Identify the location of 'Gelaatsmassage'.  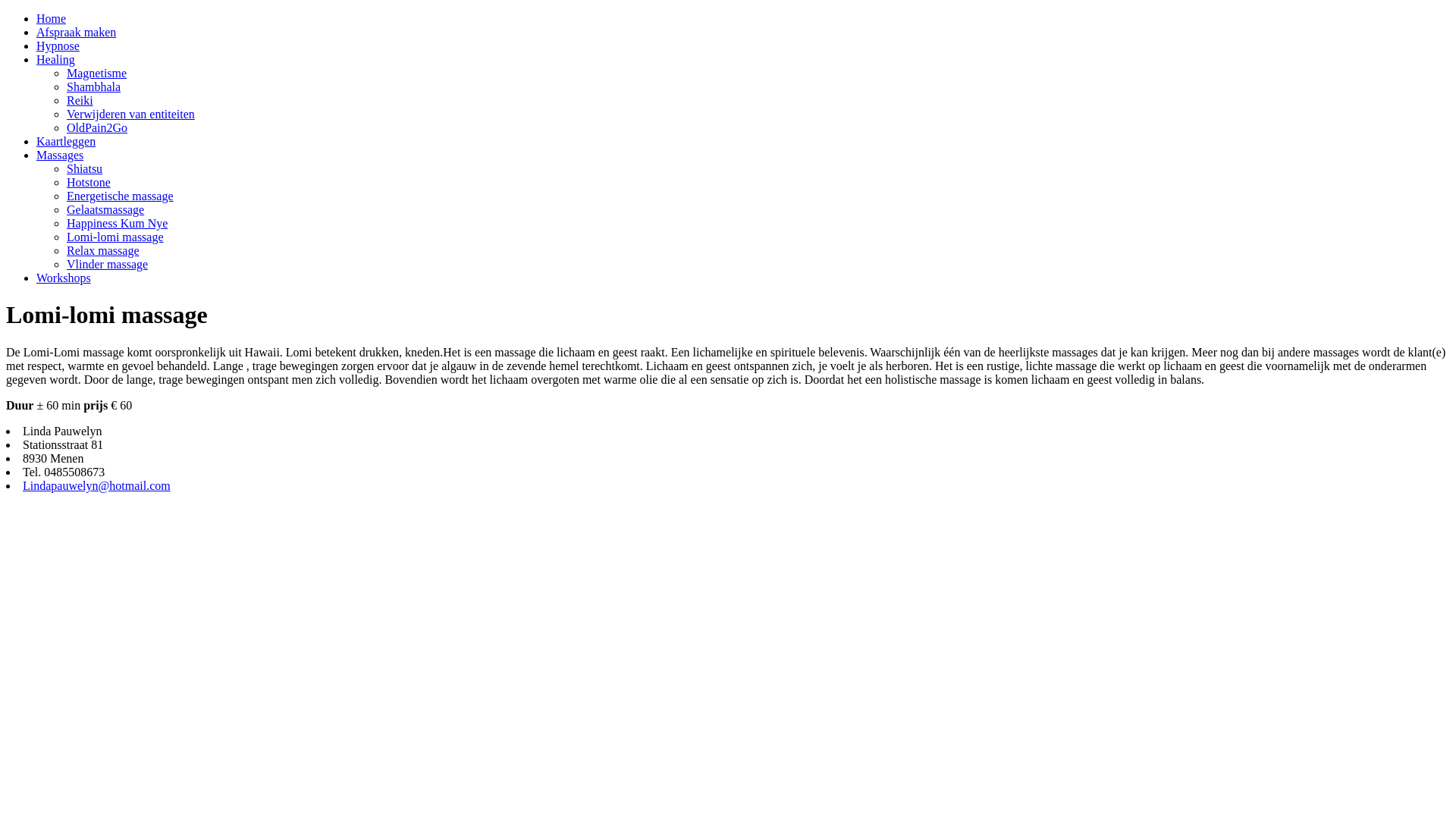
(65, 209).